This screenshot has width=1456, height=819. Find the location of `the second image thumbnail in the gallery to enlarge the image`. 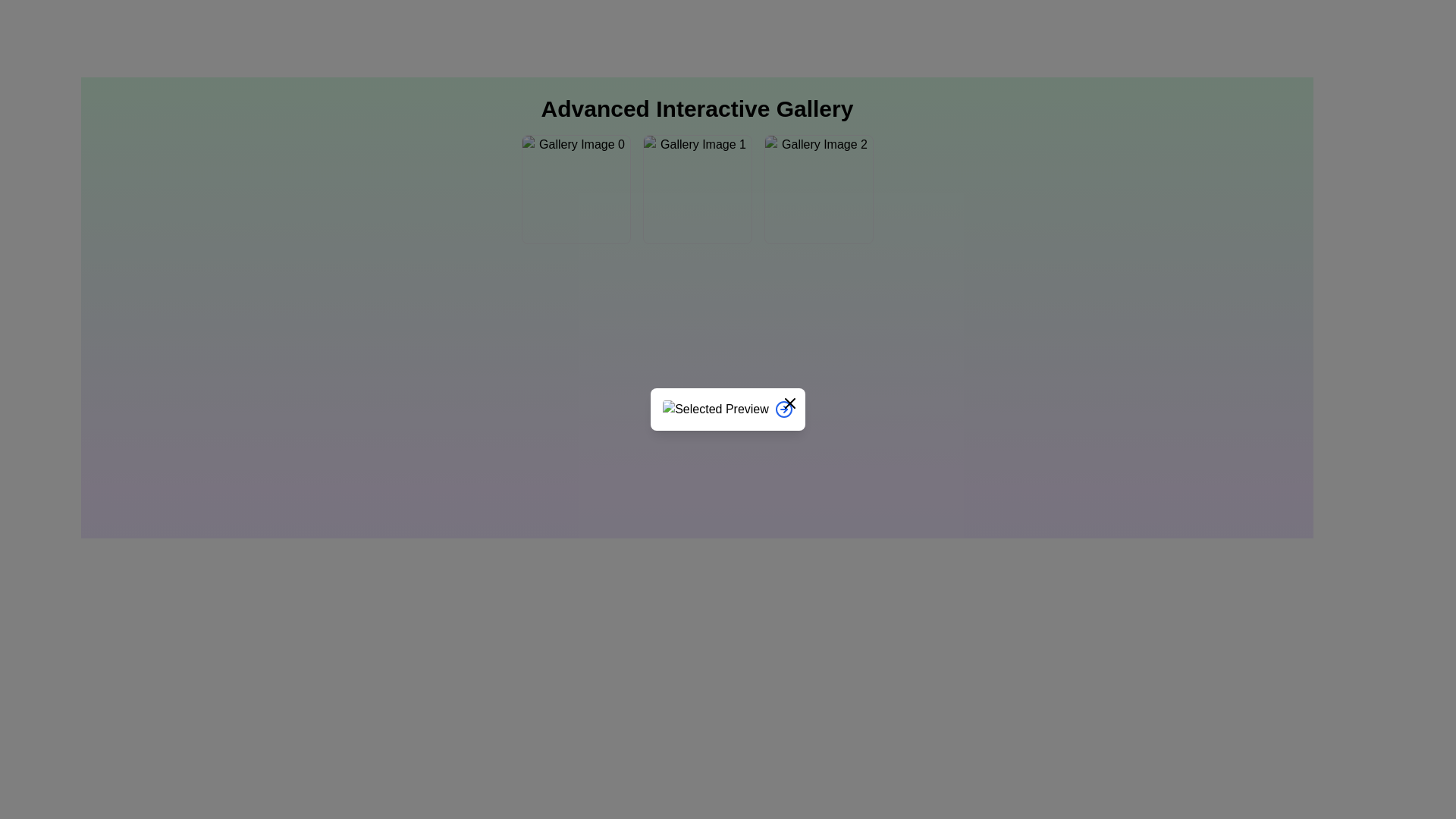

the second image thumbnail in the gallery to enlarge the image is located at coordinates (696, 189).